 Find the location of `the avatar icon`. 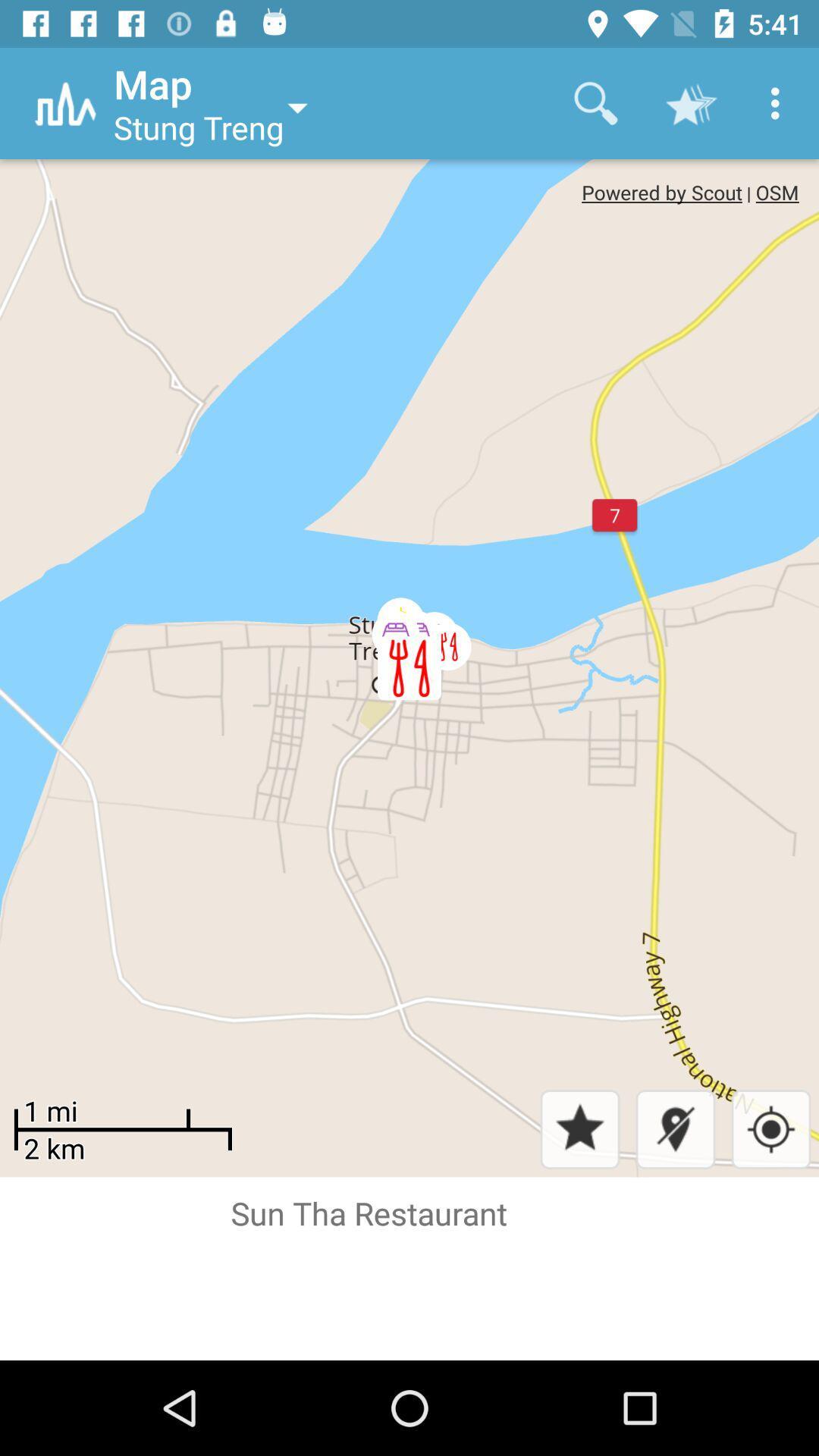

the avatar icon is located at coordinates (427, 643).